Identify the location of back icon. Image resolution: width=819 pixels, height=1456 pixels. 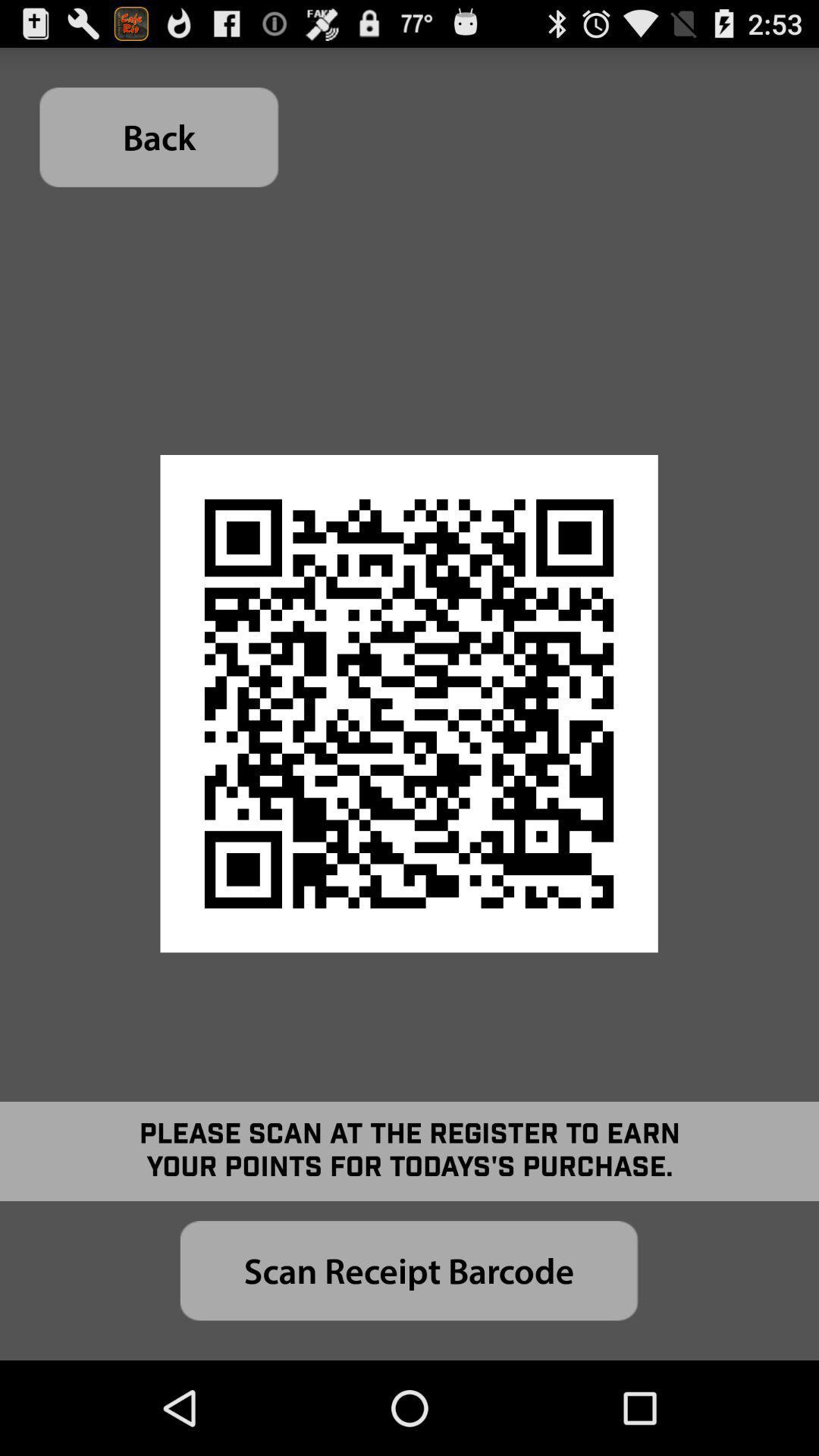
(158, 137).